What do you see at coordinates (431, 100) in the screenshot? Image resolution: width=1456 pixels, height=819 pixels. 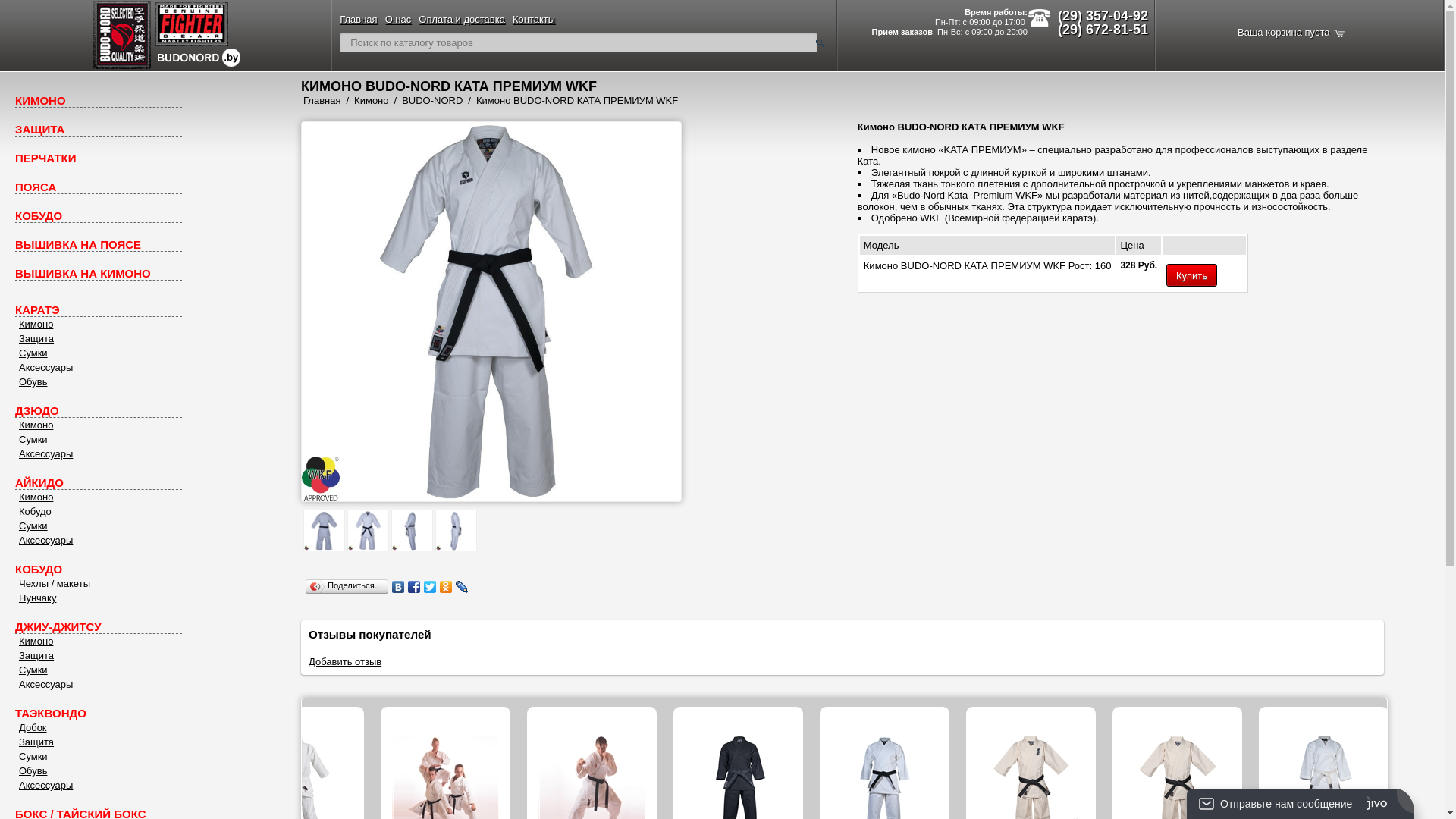 I see `'BUDO-NORD'` at bounding box center [431, 100].